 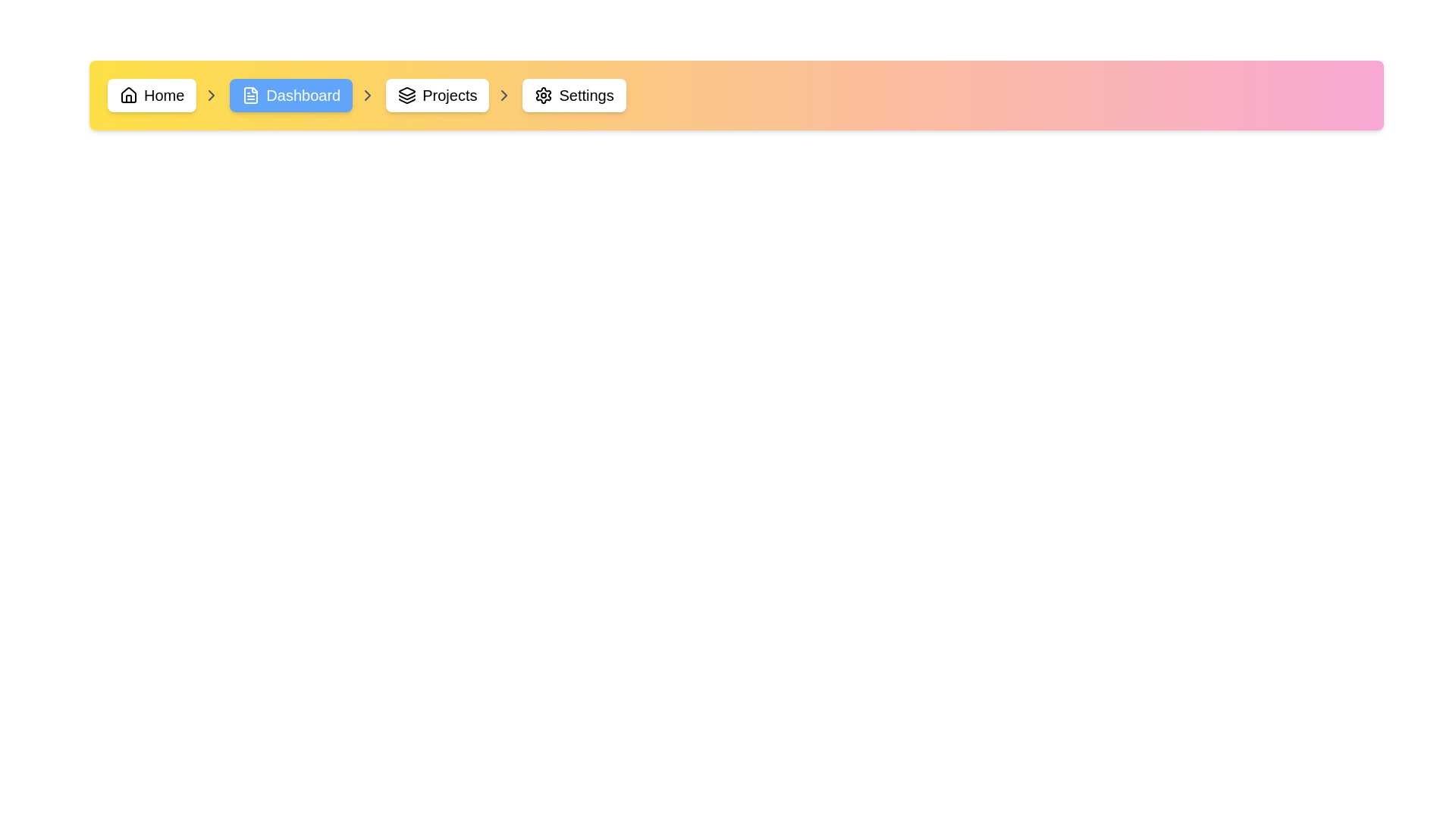 I want to click on the 'Home' SVG icon located in the navigation bar, which is positioned to the left of the 'Home' text, so click(x=128, y=96).